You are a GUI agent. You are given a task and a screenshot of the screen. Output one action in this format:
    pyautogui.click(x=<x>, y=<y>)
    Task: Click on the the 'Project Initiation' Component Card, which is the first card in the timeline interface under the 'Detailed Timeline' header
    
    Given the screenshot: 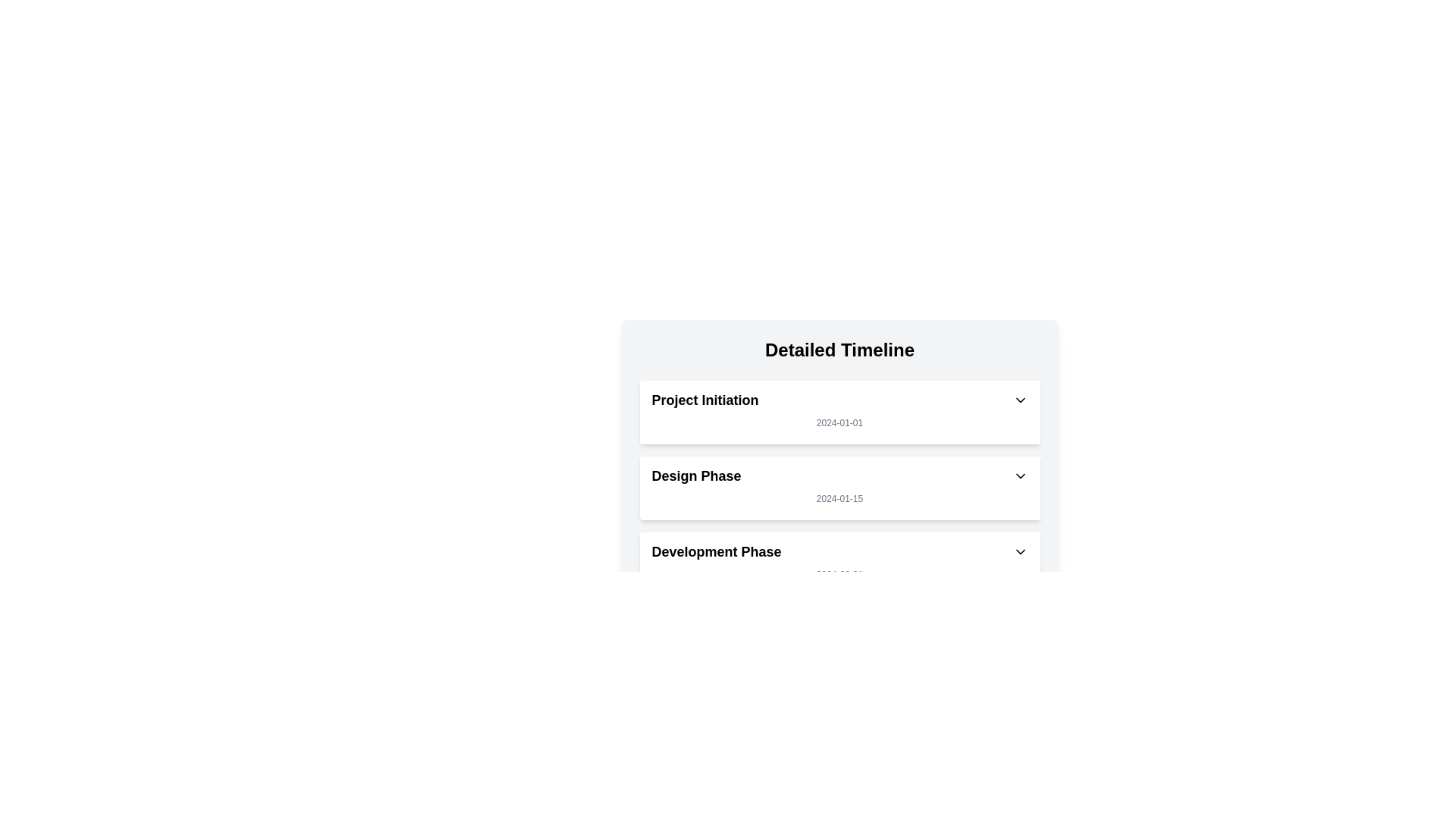 What is the action you would take?
    pyautogui.click(x=839, y=412)
    